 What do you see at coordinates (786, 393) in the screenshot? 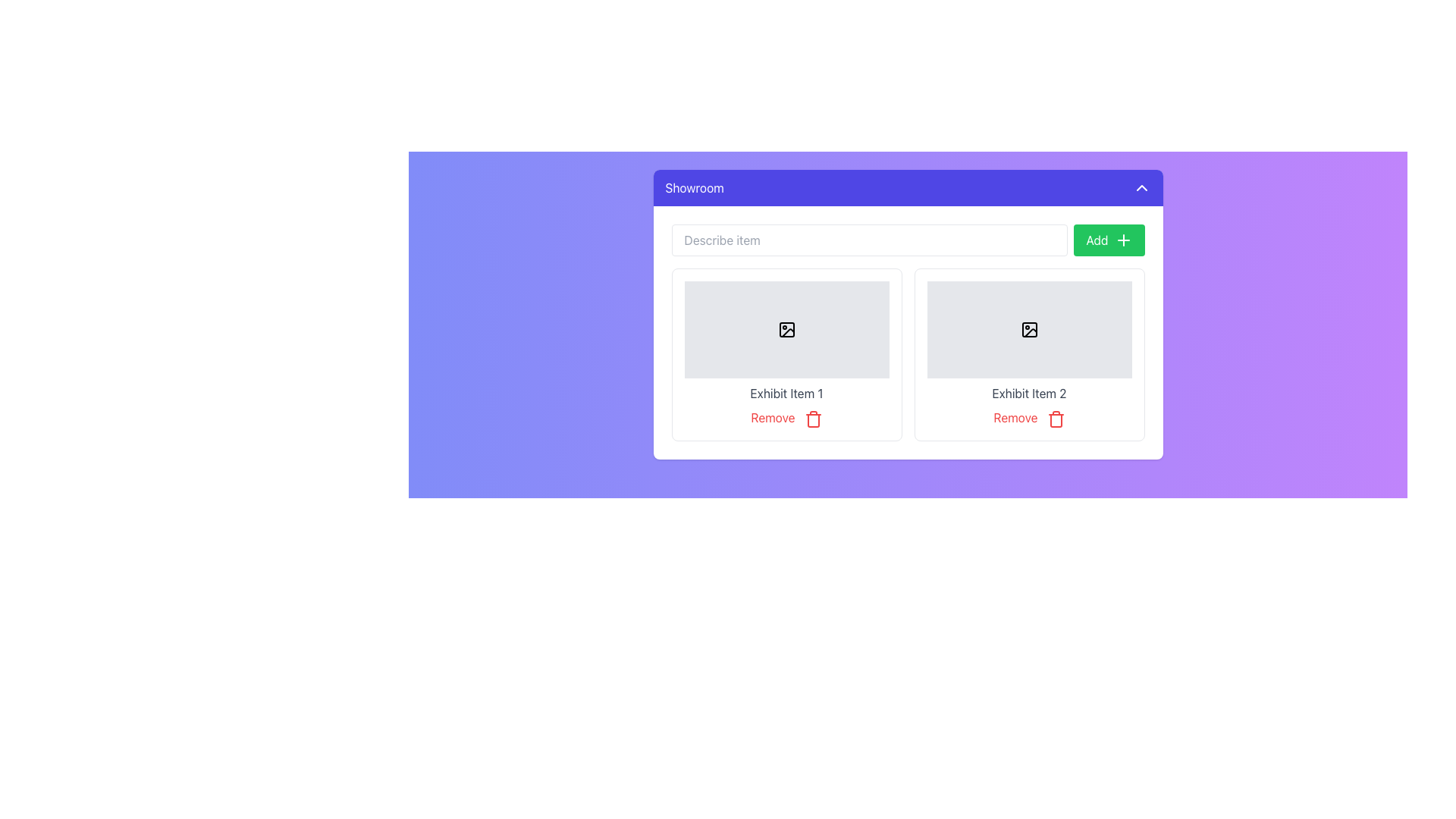
I see `the static text label located below the image placeholder in the left card of the 'Showroom' section, positioned above the 'Remove' button` at bounding box center [786, 393].